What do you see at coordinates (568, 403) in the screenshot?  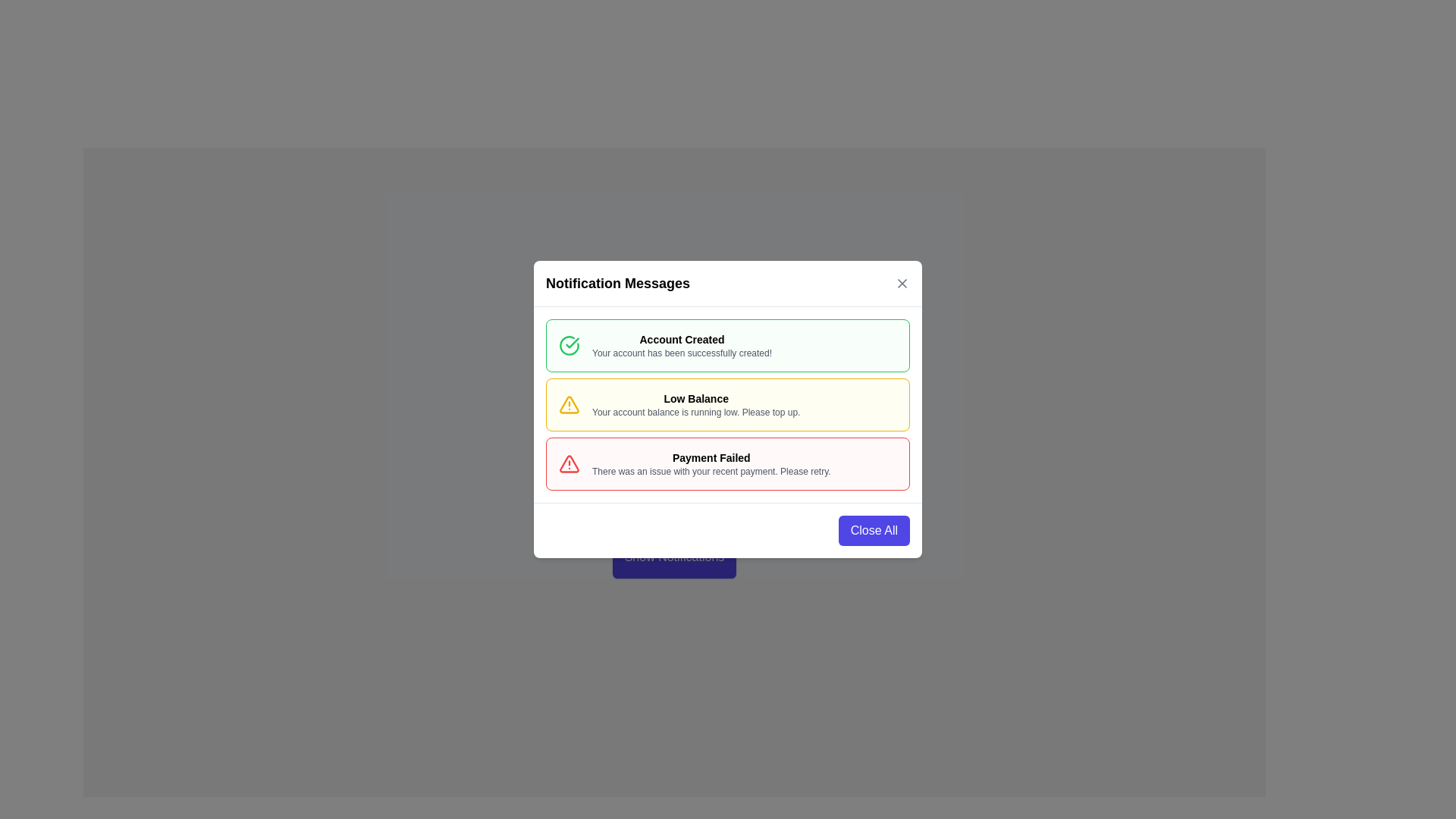 I see `the warning icon that indicates a 'Low Balance' issue, which is located to the left of the text content in the notification` at bounding box center [568, 403].